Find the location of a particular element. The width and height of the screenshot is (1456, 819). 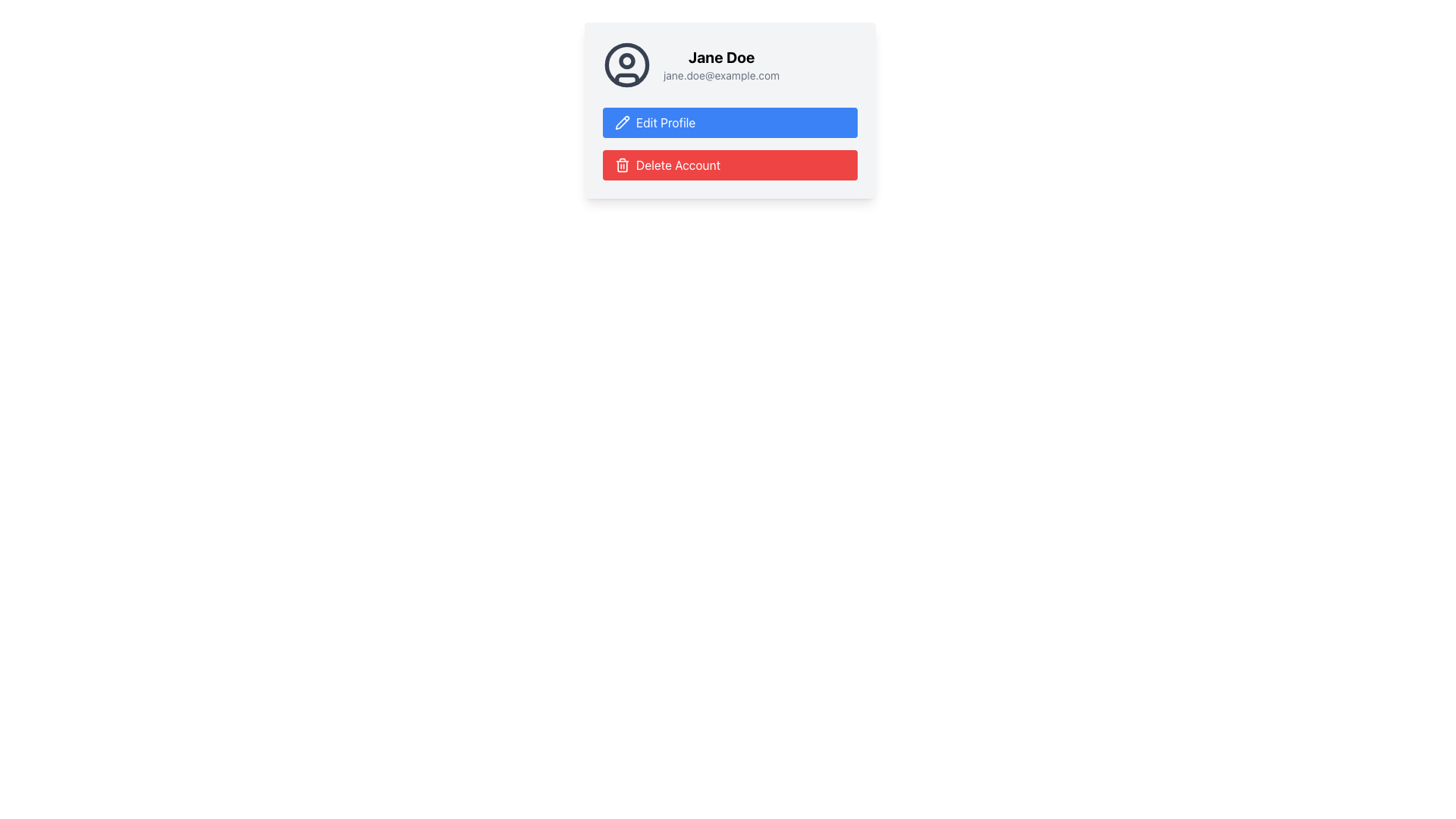

the pencil-shaped icon that represents the editing action within the 'Edit Profile' button to check for any tooltip is located at coordinates (622, 122).